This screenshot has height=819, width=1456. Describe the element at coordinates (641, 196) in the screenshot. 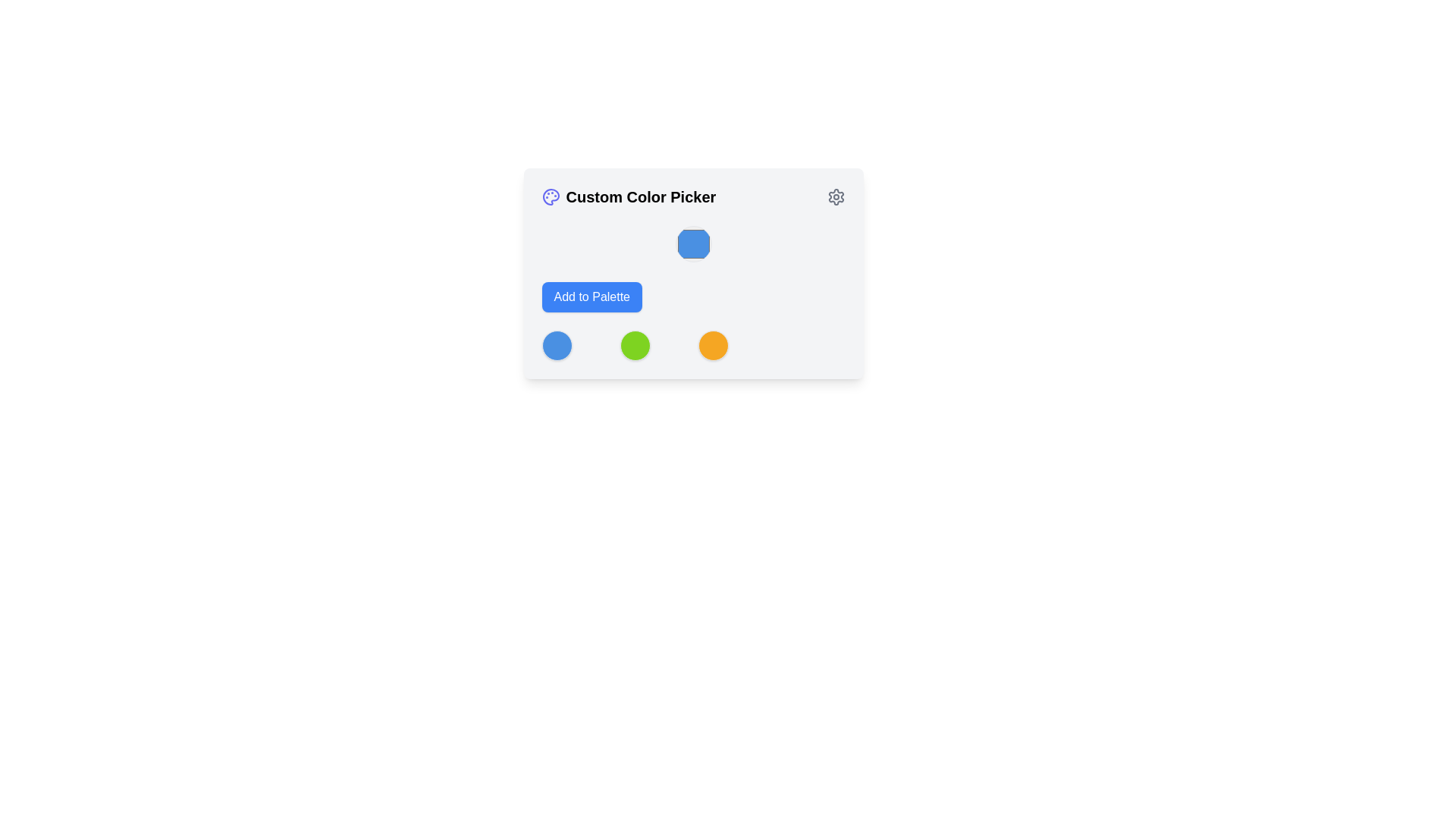

I see `text of the label that displays 'Custom Color Picker', which is styled in bold and positioned at the top of a white interface card` at that location.